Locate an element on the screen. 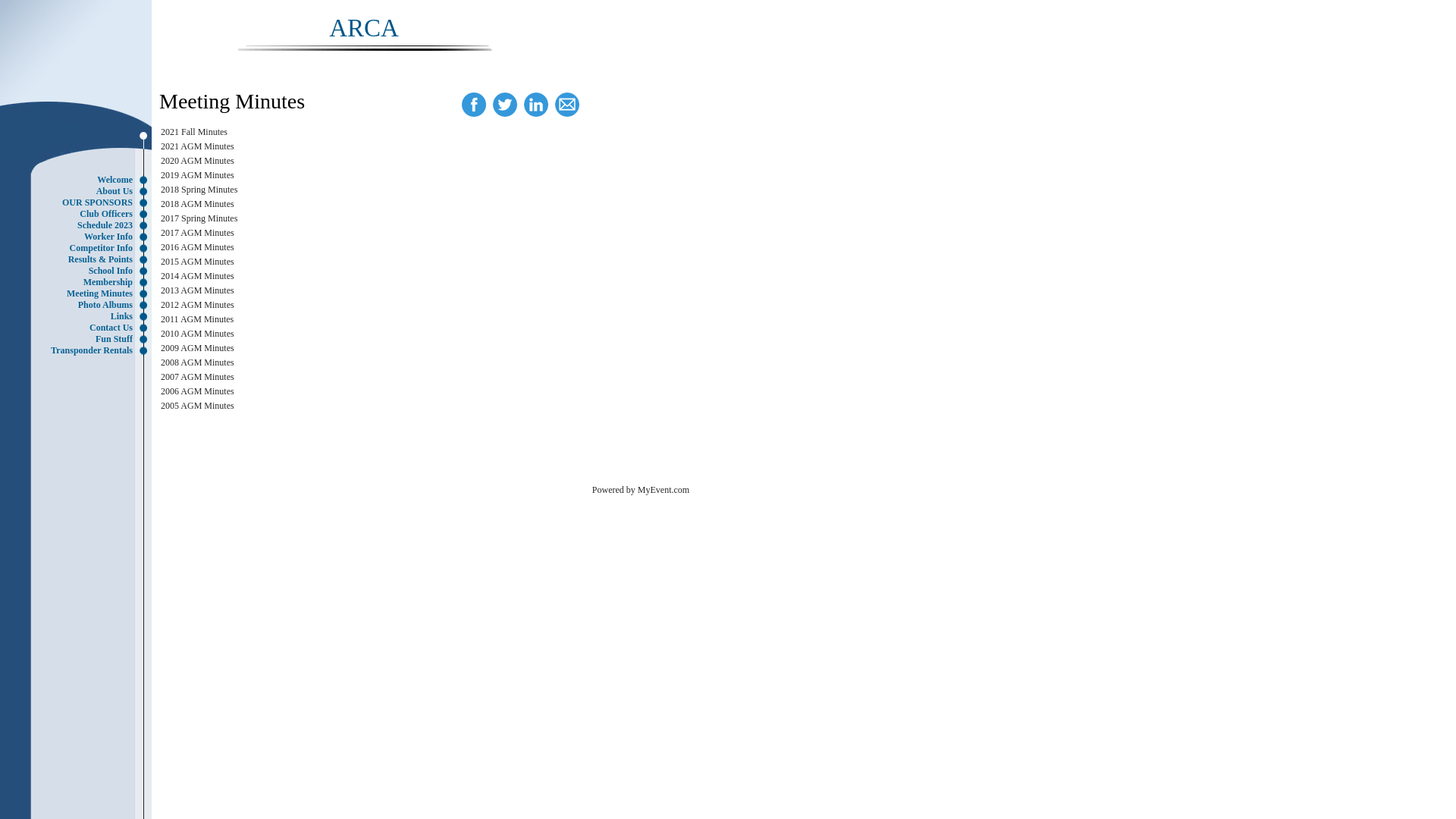 The height and width of the screenshot is (819, 1456). 'Powered by MyEvent.com' is located at coordinates (640, 489).